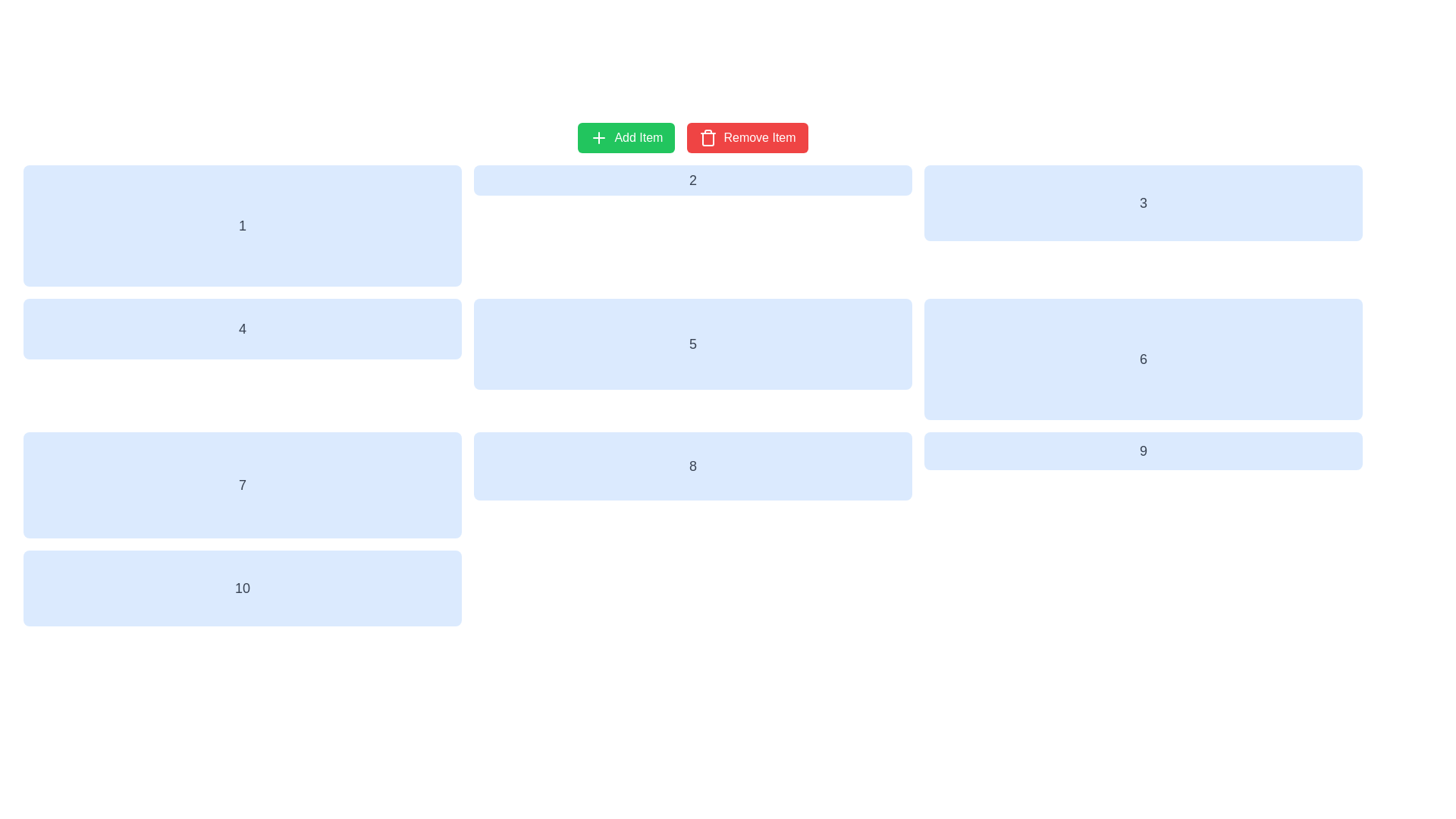  Describe the element at coordinates (1143, 359) in the screenshot. I see `the numeral '6' displayed in a large, bold font within a light blue rectangular block, located in the fifth block of the grid layout` at that location.